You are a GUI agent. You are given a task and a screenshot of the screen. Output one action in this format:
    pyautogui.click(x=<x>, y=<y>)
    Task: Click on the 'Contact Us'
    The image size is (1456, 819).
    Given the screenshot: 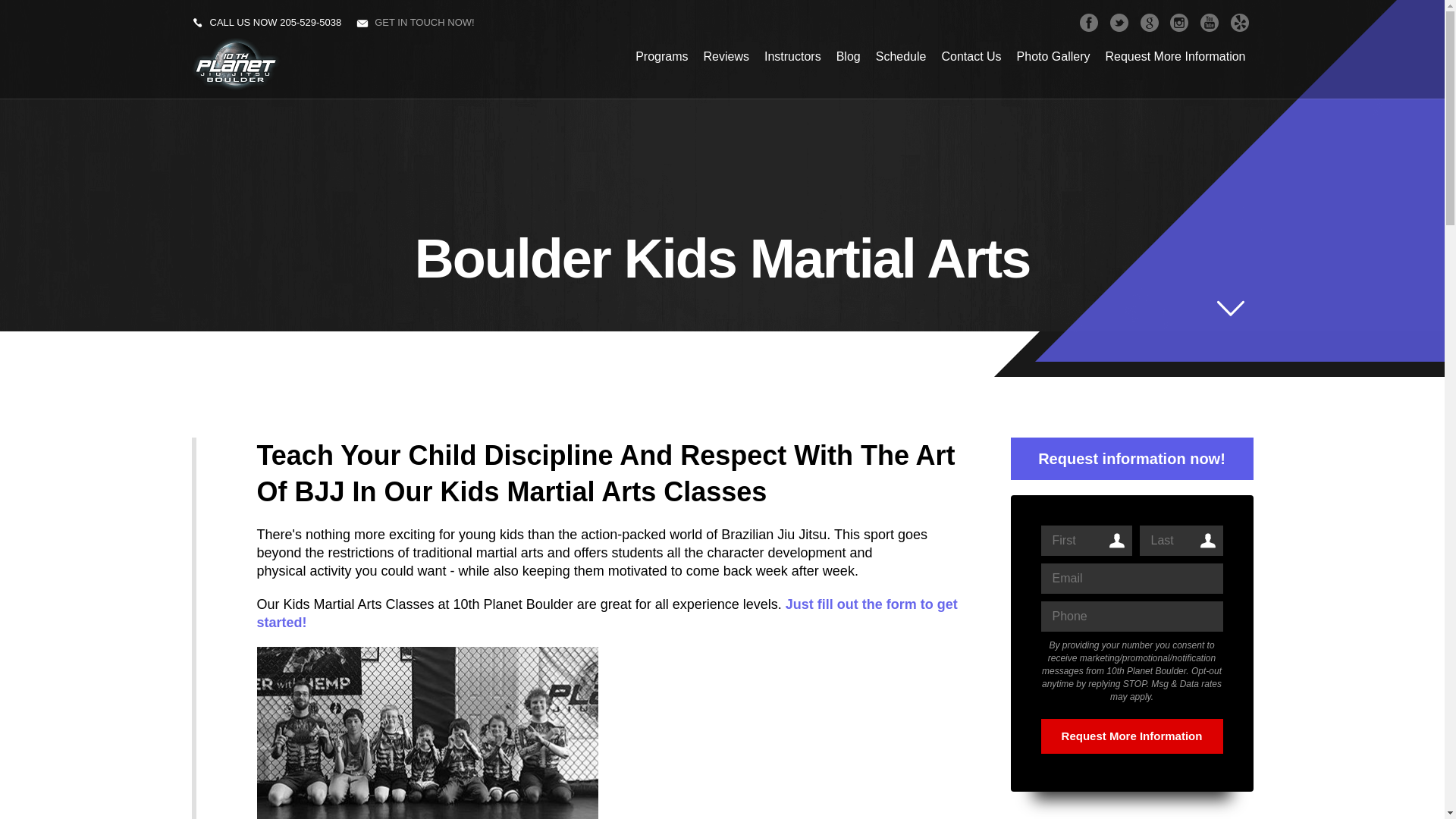 What is the action you would take?
    pyautogui.click(x=971, y=55)
    